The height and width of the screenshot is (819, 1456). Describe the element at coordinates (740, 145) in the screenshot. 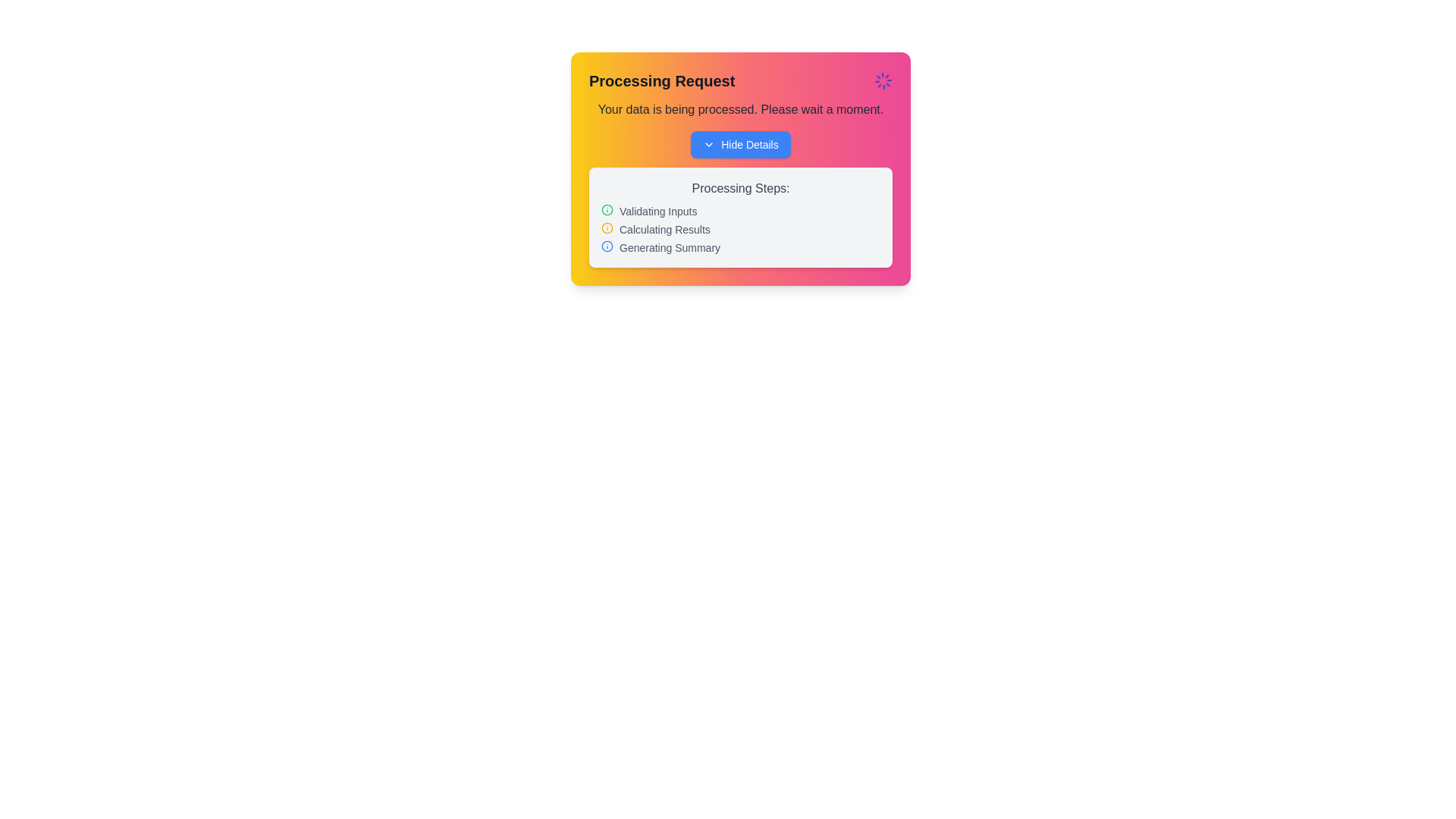

I see `the interactive button located below the 'Processing Request' heading and above the 'Processing Steps' section` at that location.